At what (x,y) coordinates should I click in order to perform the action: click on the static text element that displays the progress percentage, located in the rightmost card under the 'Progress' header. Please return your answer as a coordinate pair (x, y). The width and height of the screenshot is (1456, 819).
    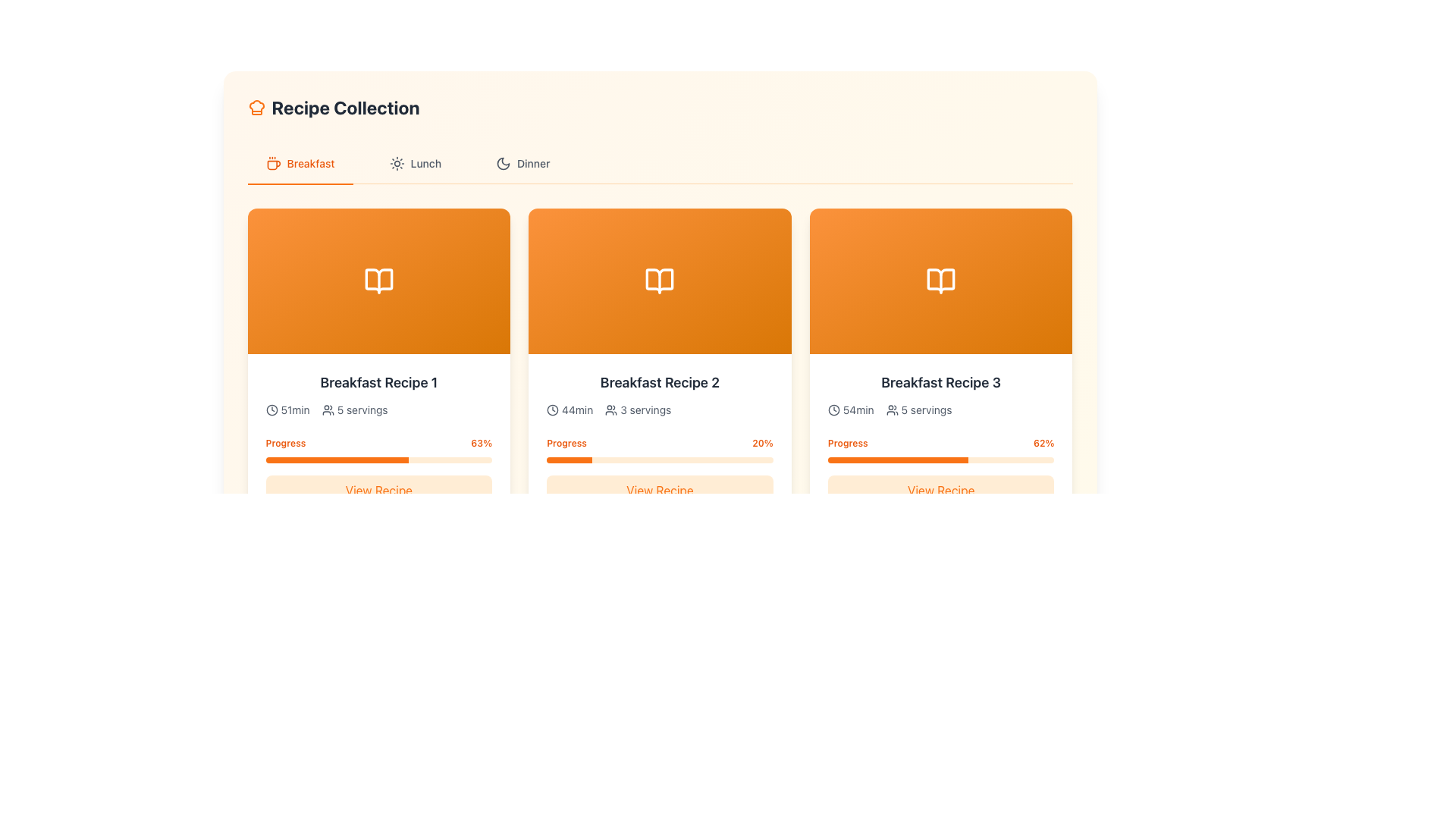
    Looking at the image, I should click on (1043, 441).